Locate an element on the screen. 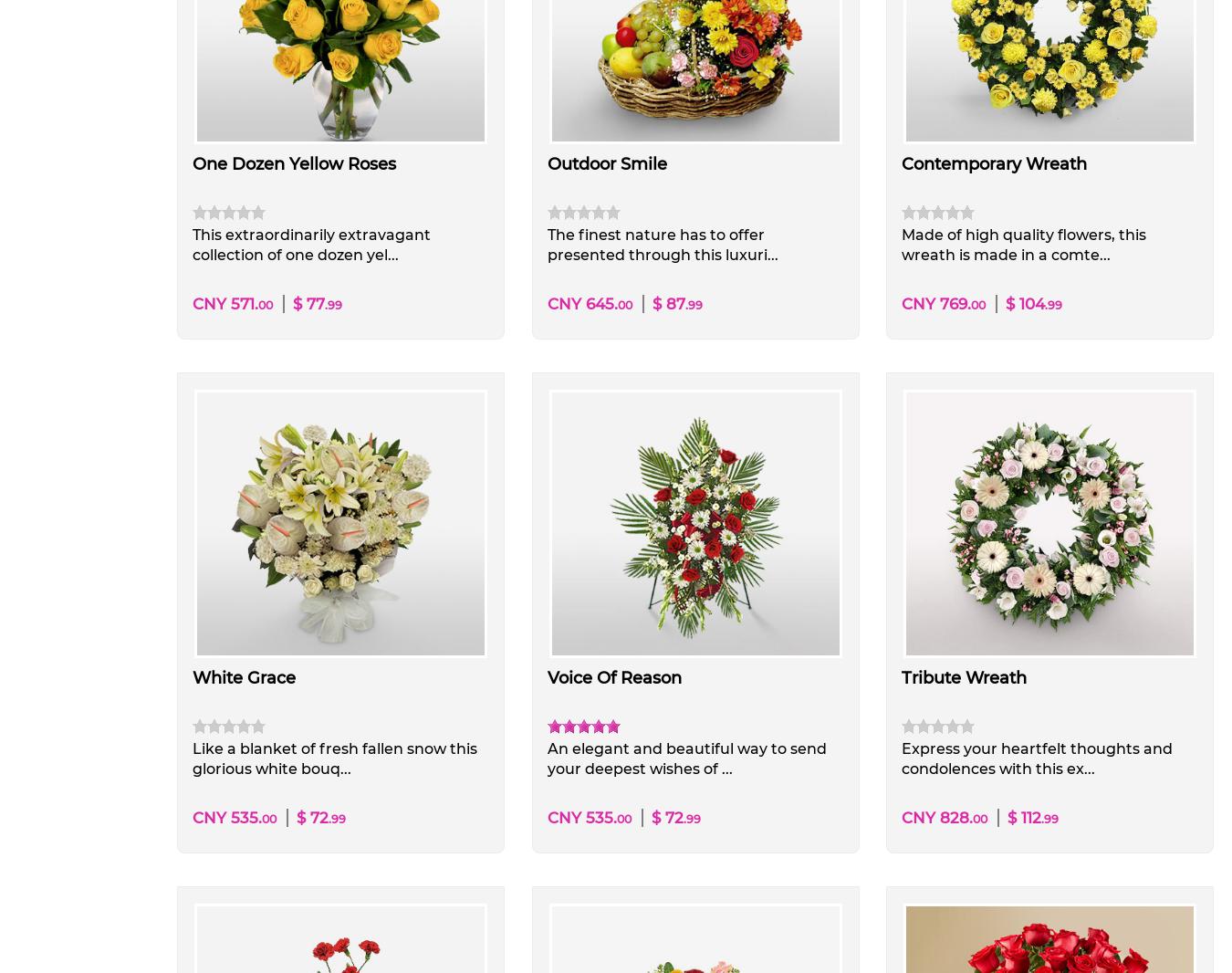 The image size is (1232, 973). '$ 104' is located at coordinates (1024, 304).